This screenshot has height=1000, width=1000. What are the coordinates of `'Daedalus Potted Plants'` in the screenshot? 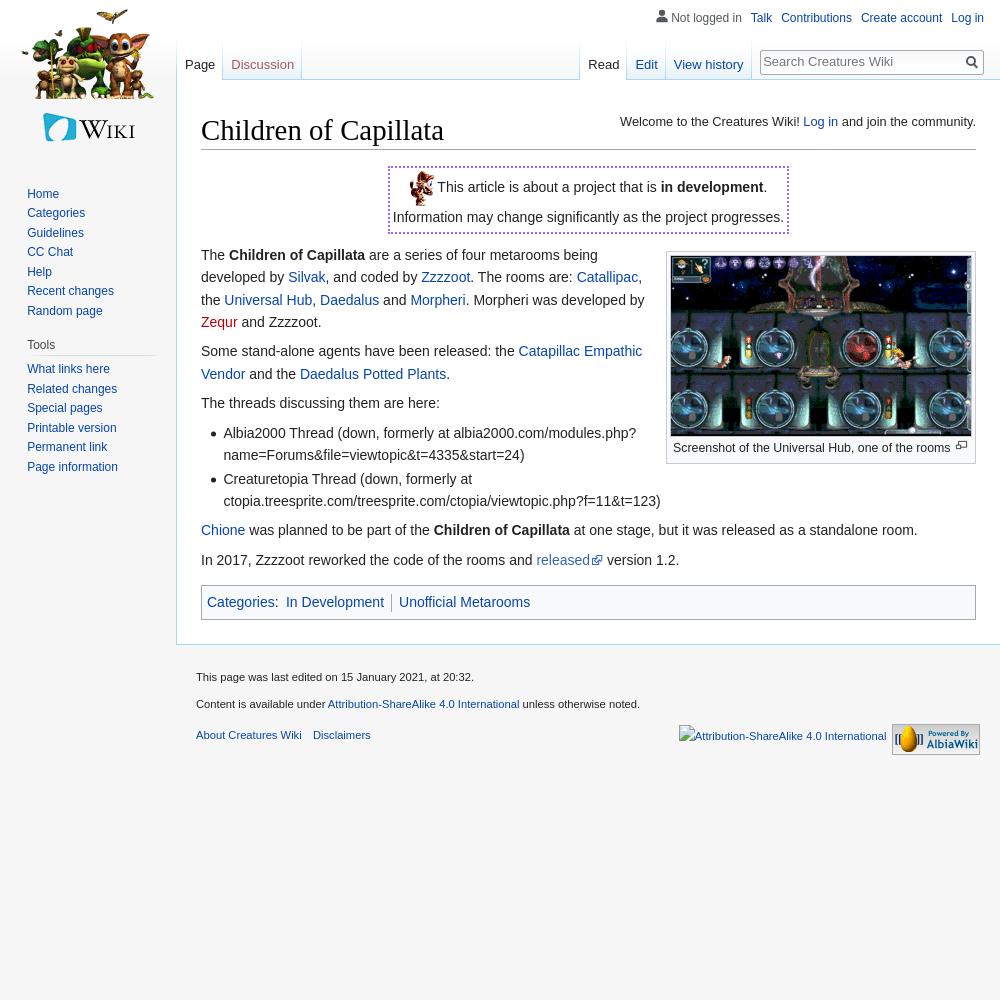 It's located at (371, 372).